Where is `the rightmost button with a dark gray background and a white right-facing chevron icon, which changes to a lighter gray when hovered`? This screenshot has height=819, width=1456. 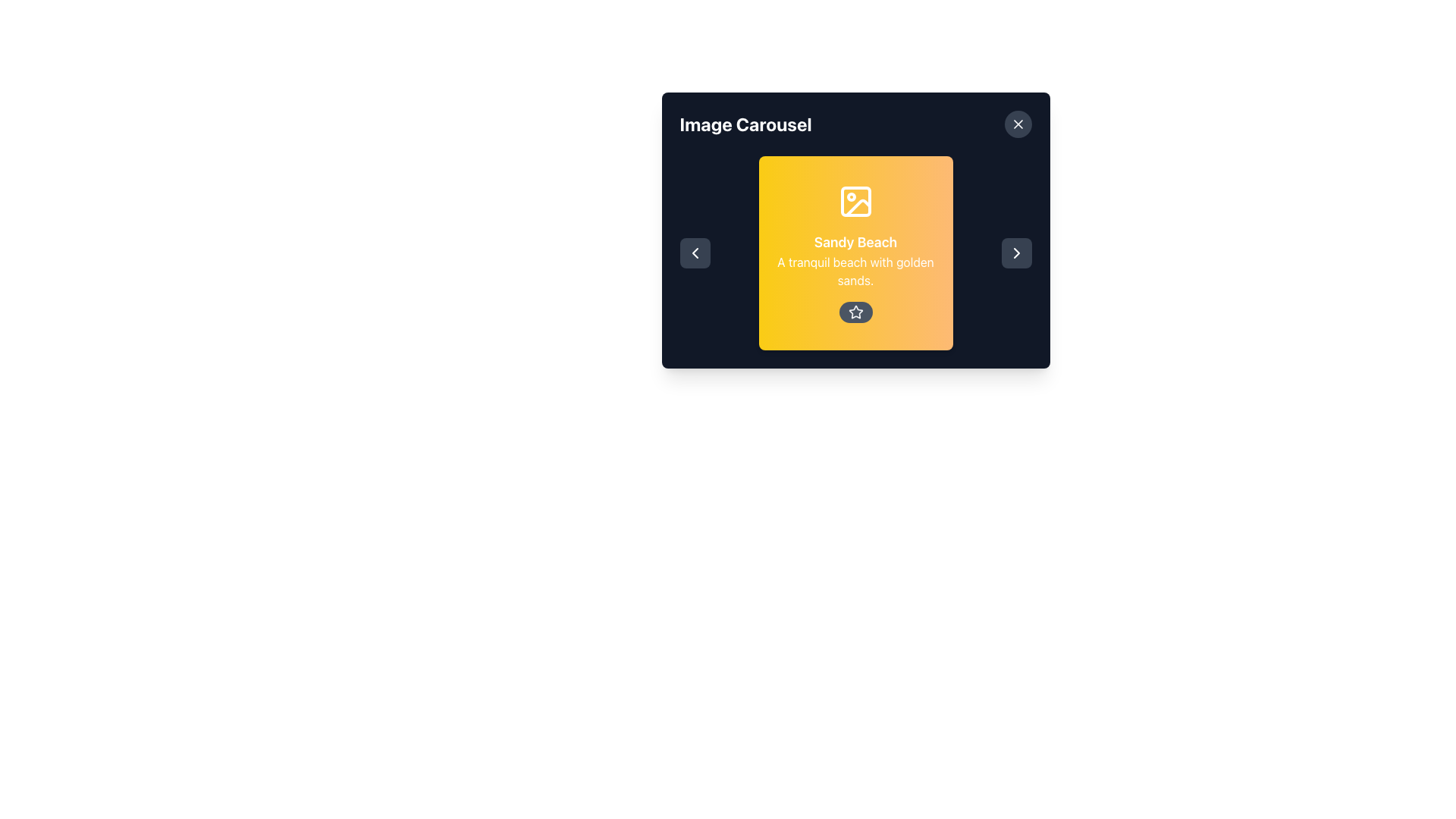 the rightmost button with a dark gray background and a white right-facing chevron icon, which changes to a lighter gray when hovered is located at coordinates (1016, 253).